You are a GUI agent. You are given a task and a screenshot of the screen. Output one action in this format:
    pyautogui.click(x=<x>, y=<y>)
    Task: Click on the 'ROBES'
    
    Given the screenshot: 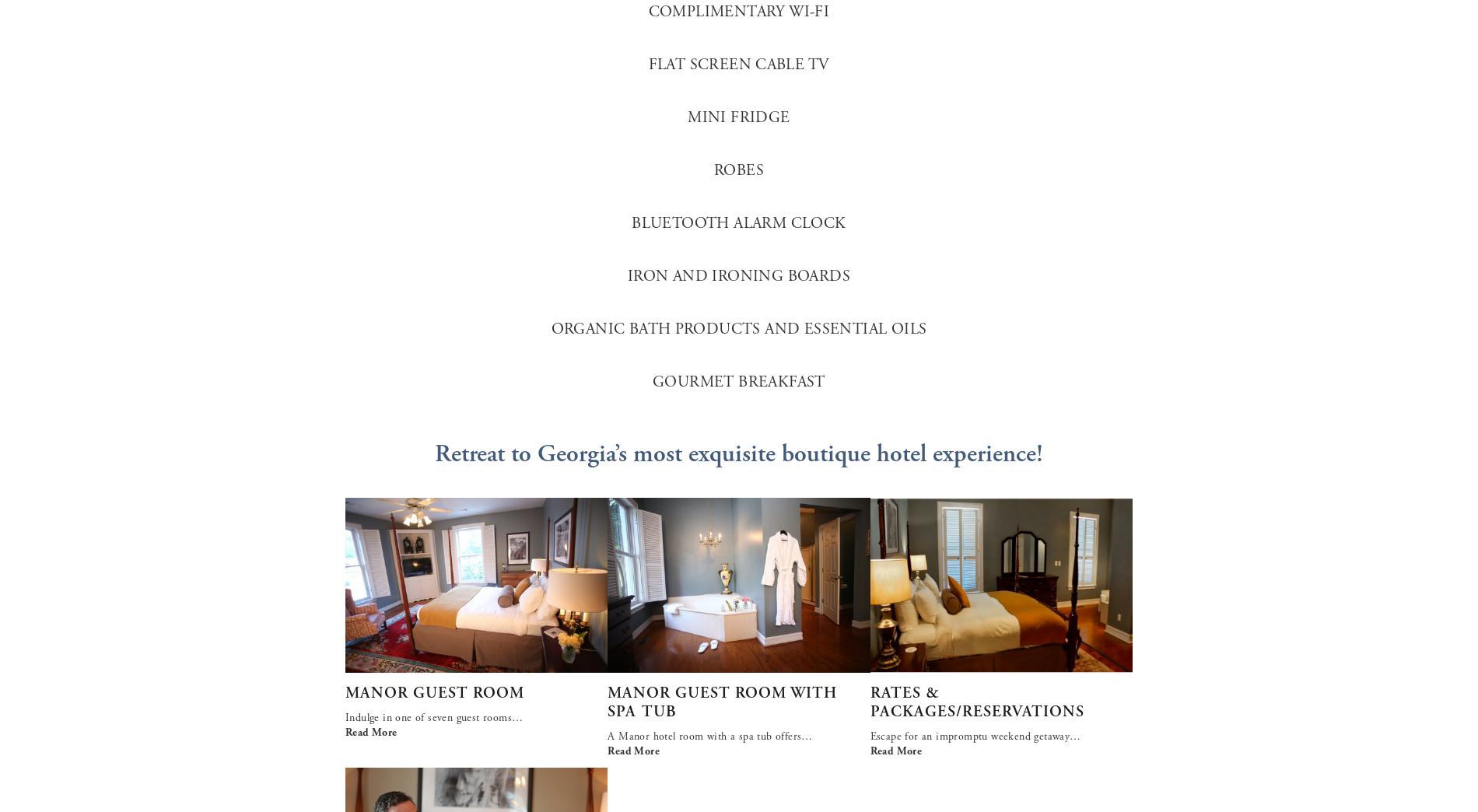 What is the action you would take?
    pyautogui.click(x=739, y=170)
    